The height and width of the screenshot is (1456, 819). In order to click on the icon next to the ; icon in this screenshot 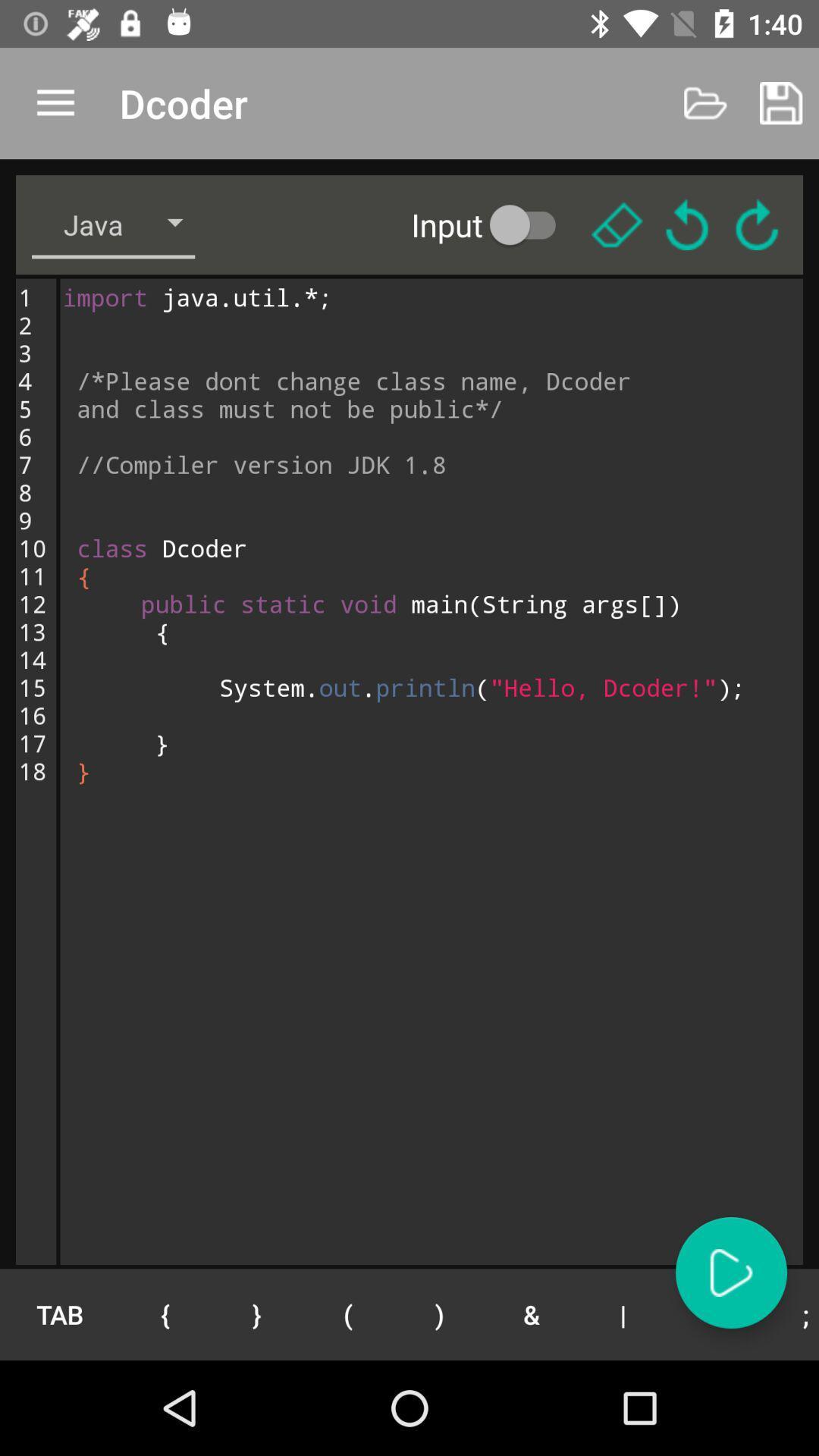, I will do `click(714, 1313)`.